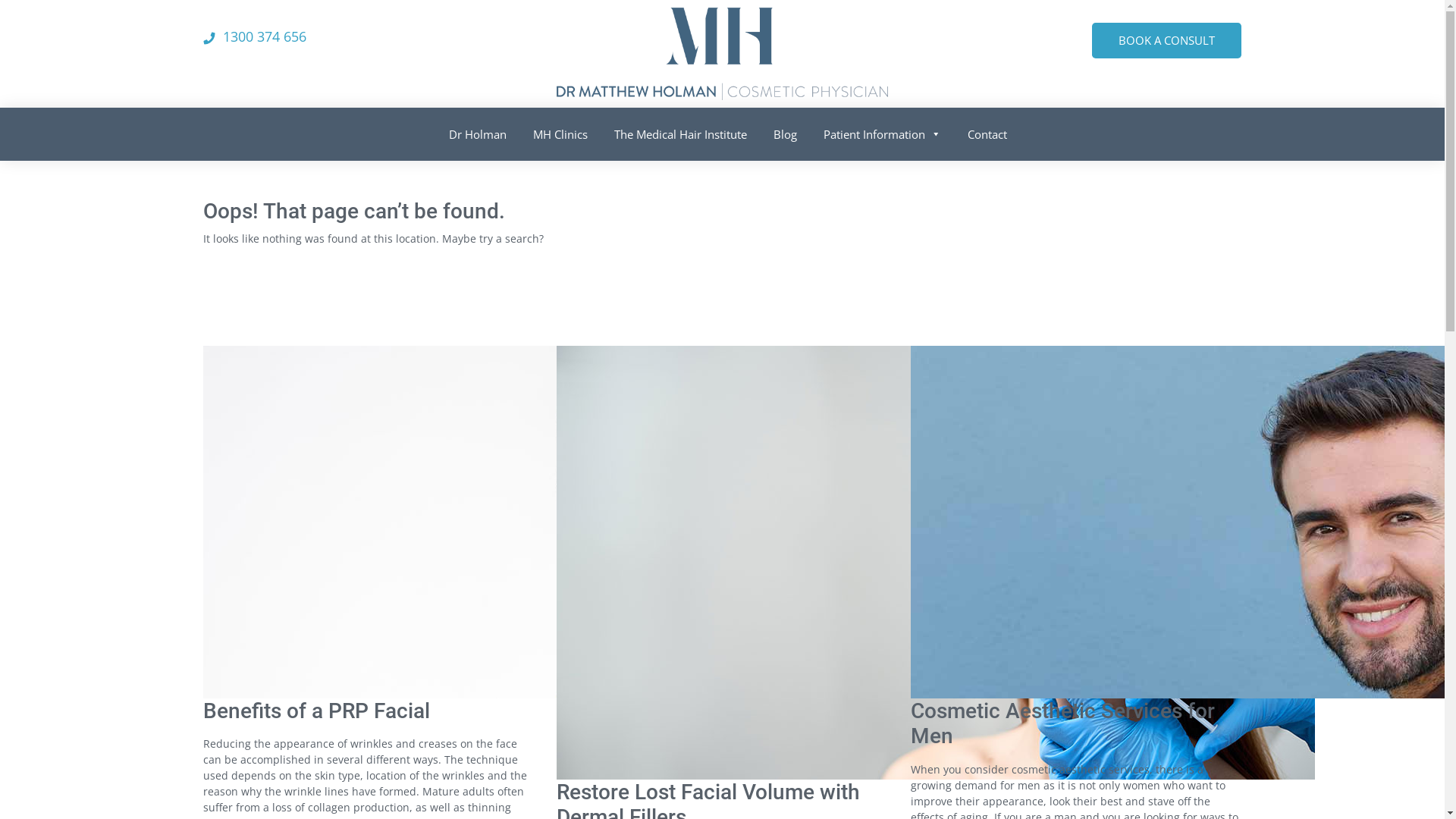 The width and height of the screenshot is (1456, 819). I want to click on 'Patient Information', so click(877, 130).